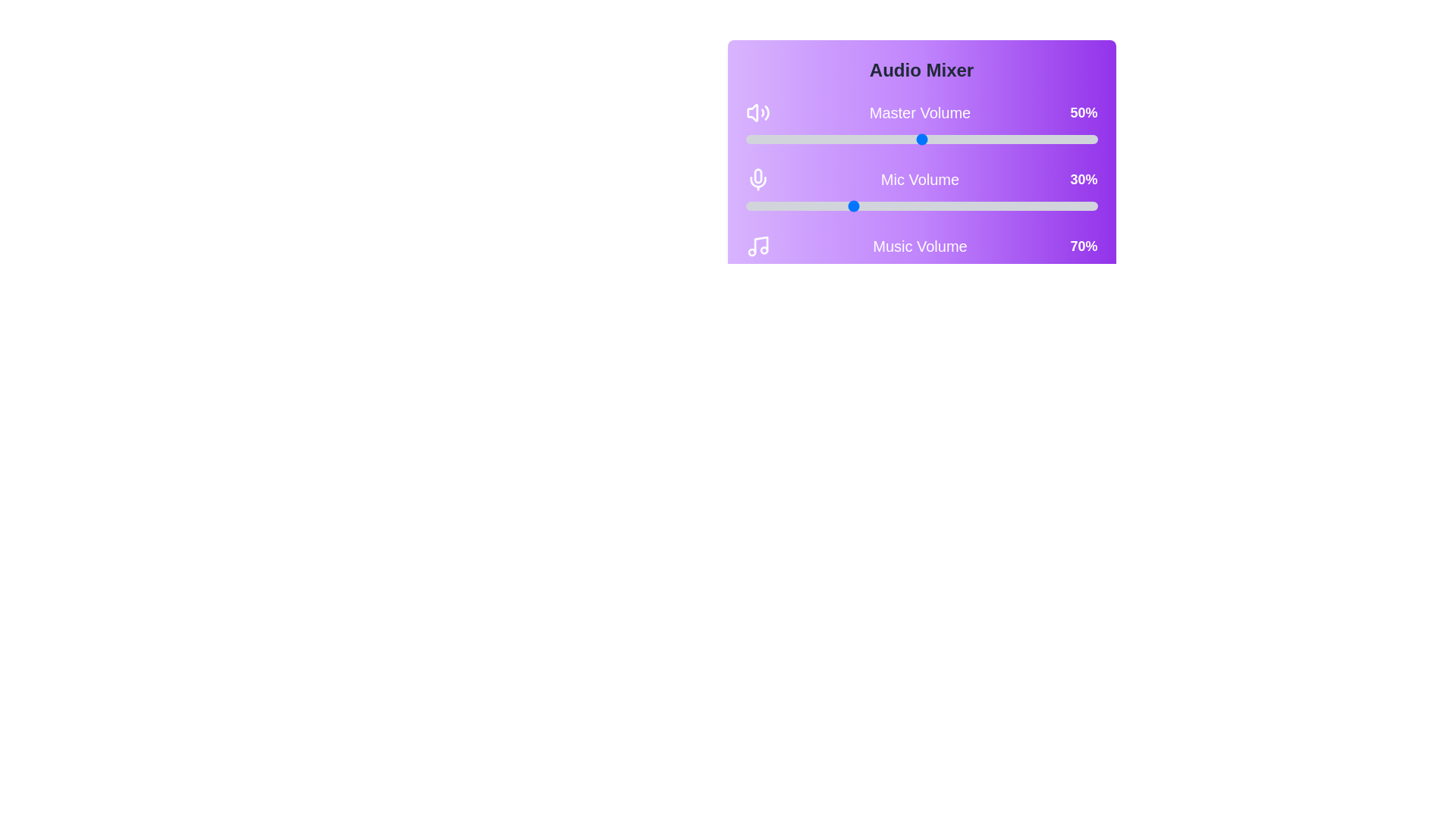 The image size is (1456, 819). I want to click on the microphone volume, so click(900, 206).